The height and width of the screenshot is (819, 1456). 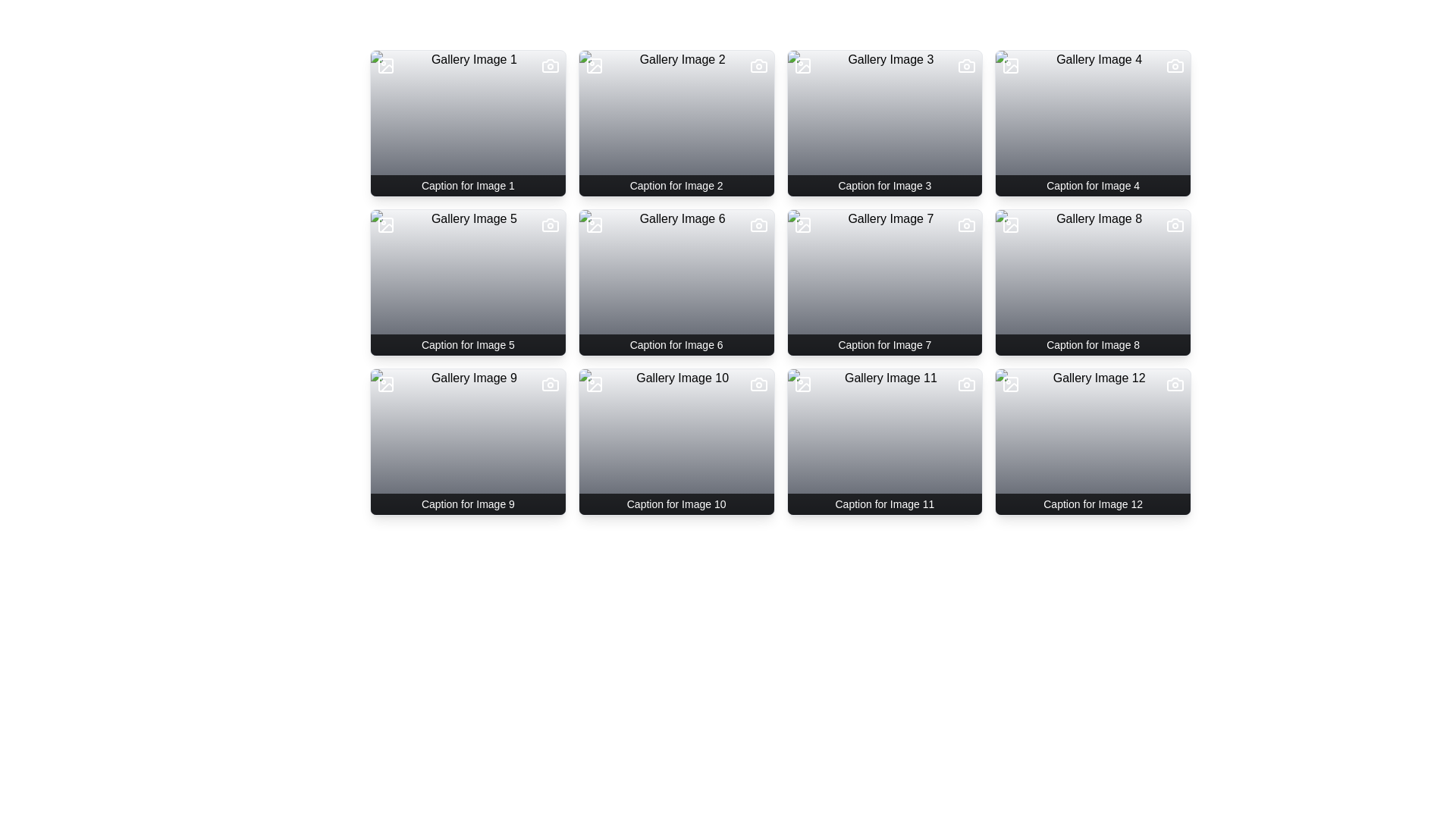 I want to click on the decorative rectangle located in the top-left area of the thumbnail labeled 'Gallery Image 6' within the second row, second column of the grid layout, so click(x=593, y=225).